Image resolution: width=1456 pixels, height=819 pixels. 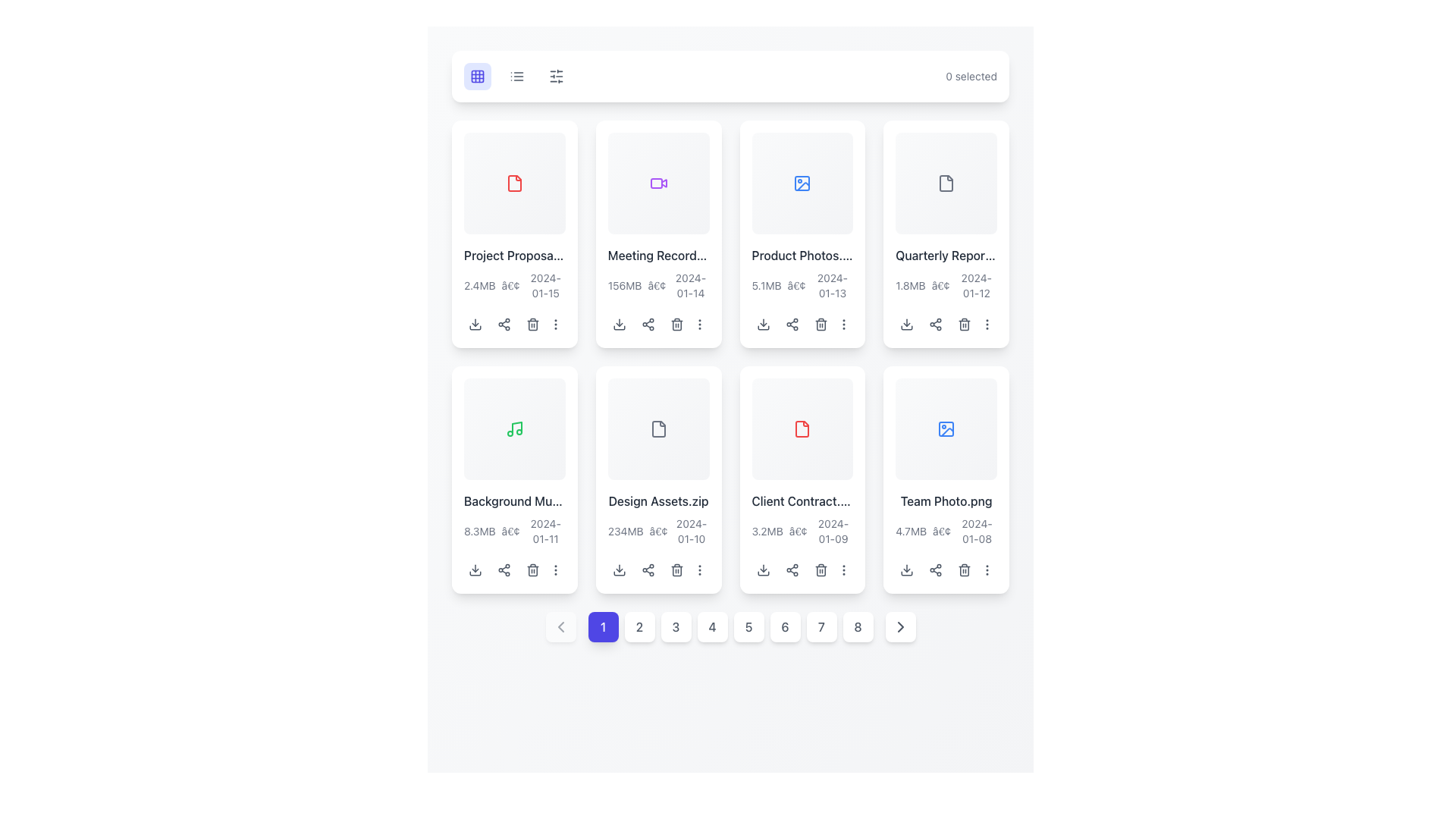 What do you see at coordinates (946, 428) in the screenshot?
I see `the Image Placeholder that represents 'Team Photo.png' located in the fifth card of the grid, positioned in the second row and first column from the right` at bounding box center [946, 428].